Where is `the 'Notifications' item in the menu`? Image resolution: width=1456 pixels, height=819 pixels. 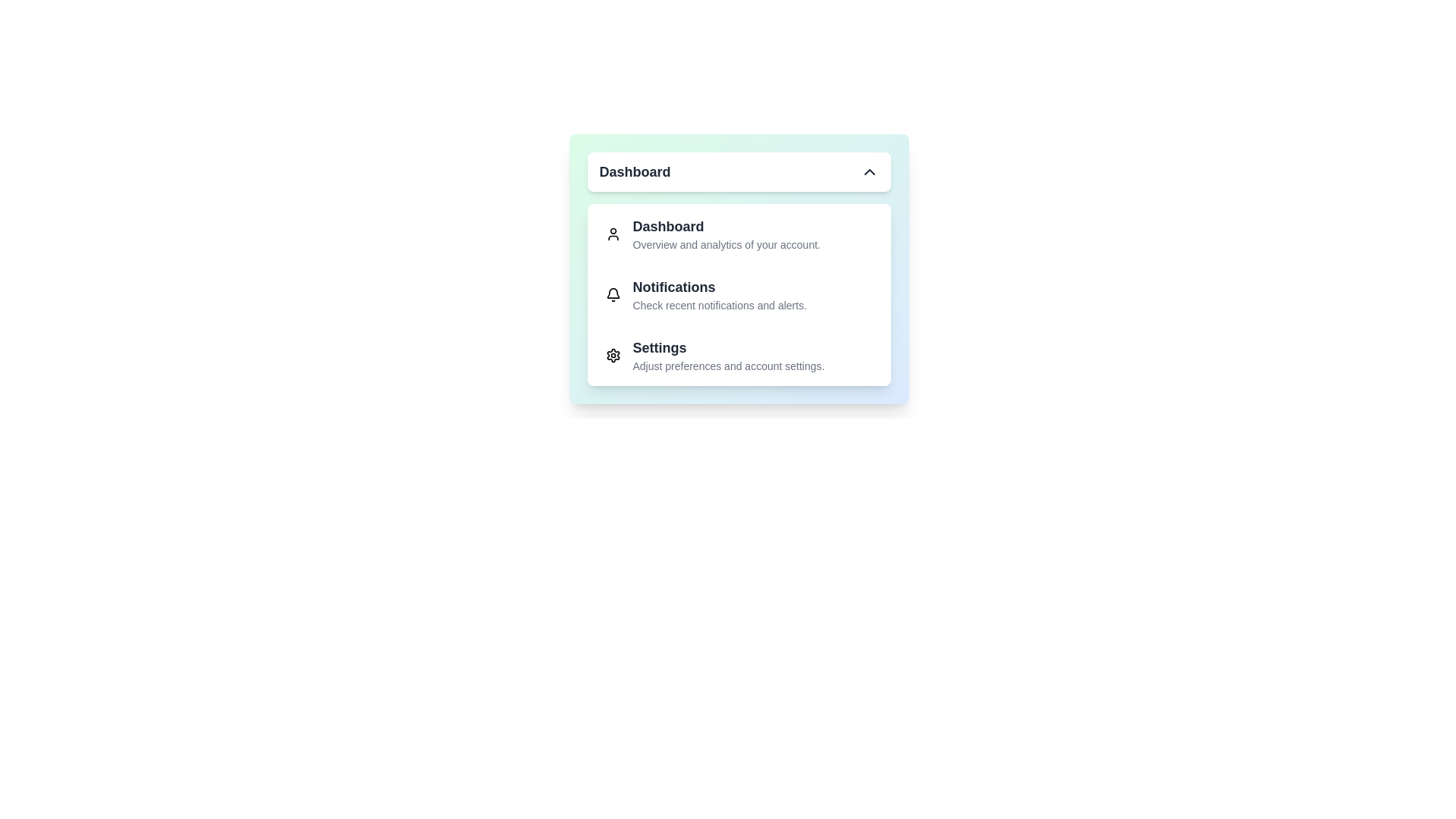 the 'Notifications' item in the menu is located at coordinates (739, 295).